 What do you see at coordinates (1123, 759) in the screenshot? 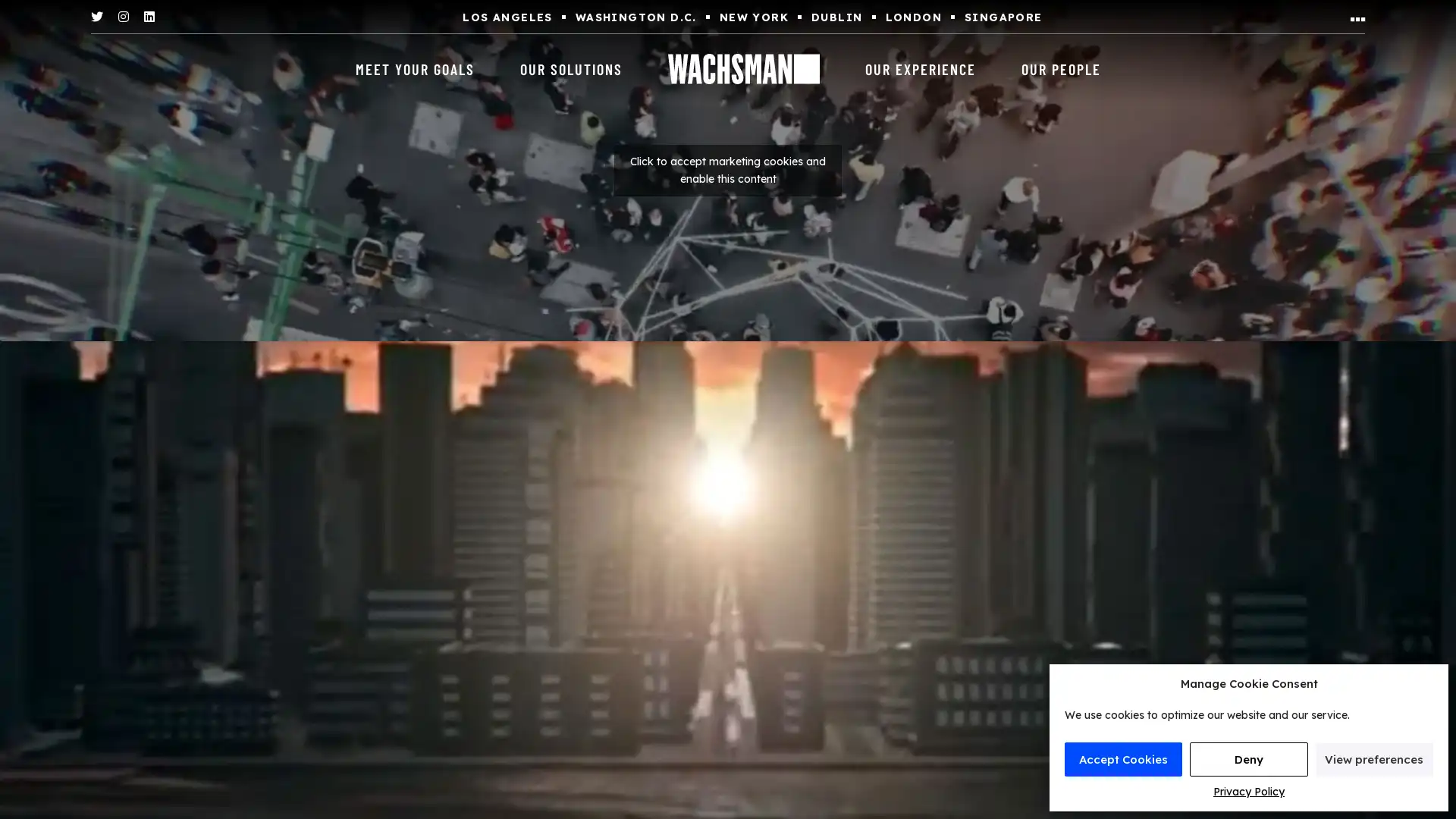
I see `Accept Cookies` at bounding box center [1123, 759].